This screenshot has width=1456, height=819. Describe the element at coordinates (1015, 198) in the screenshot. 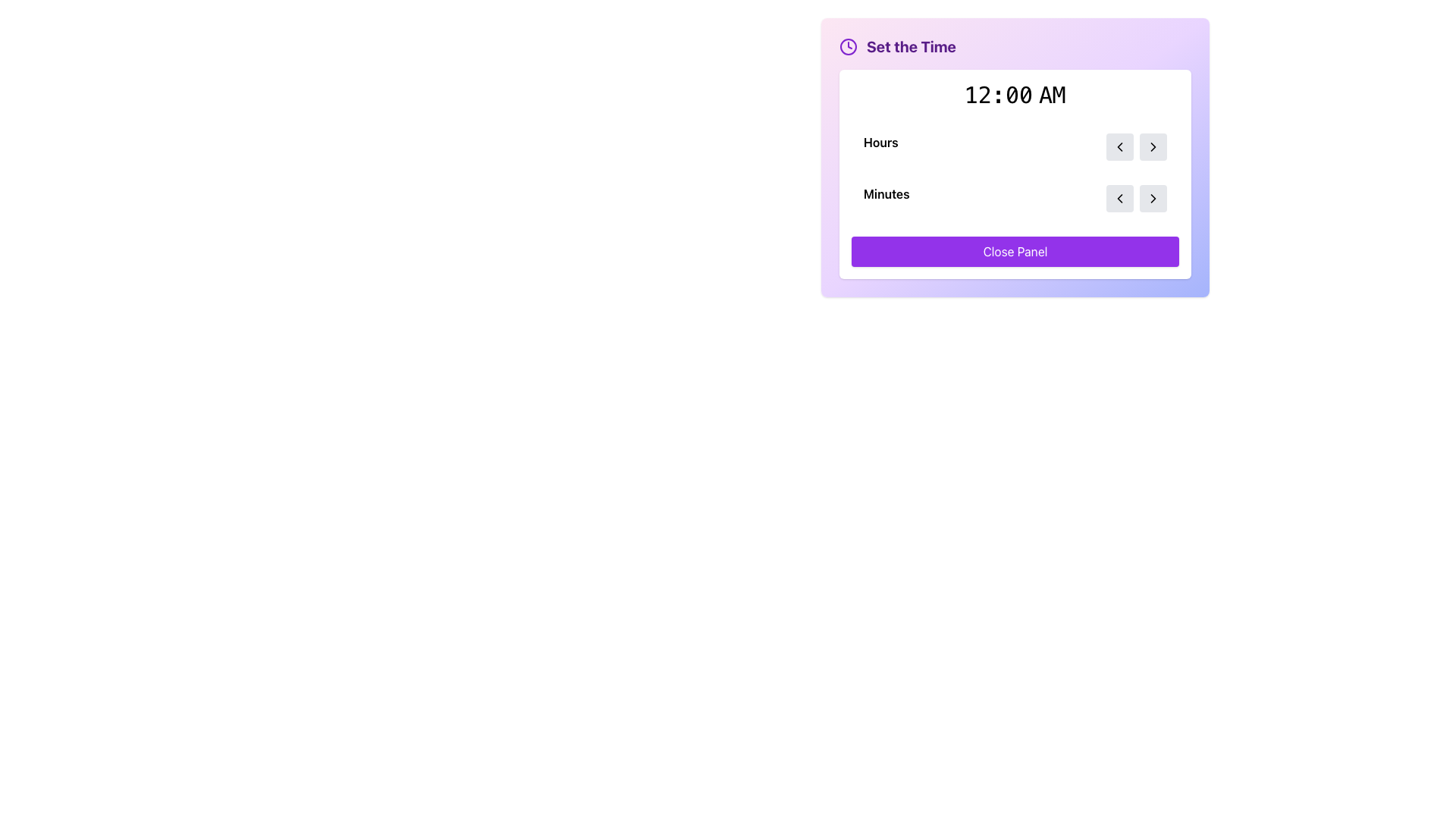

I see `the right arrow button in the Control panel segment labeled 'Minutes' to increment the minutes` at that location.